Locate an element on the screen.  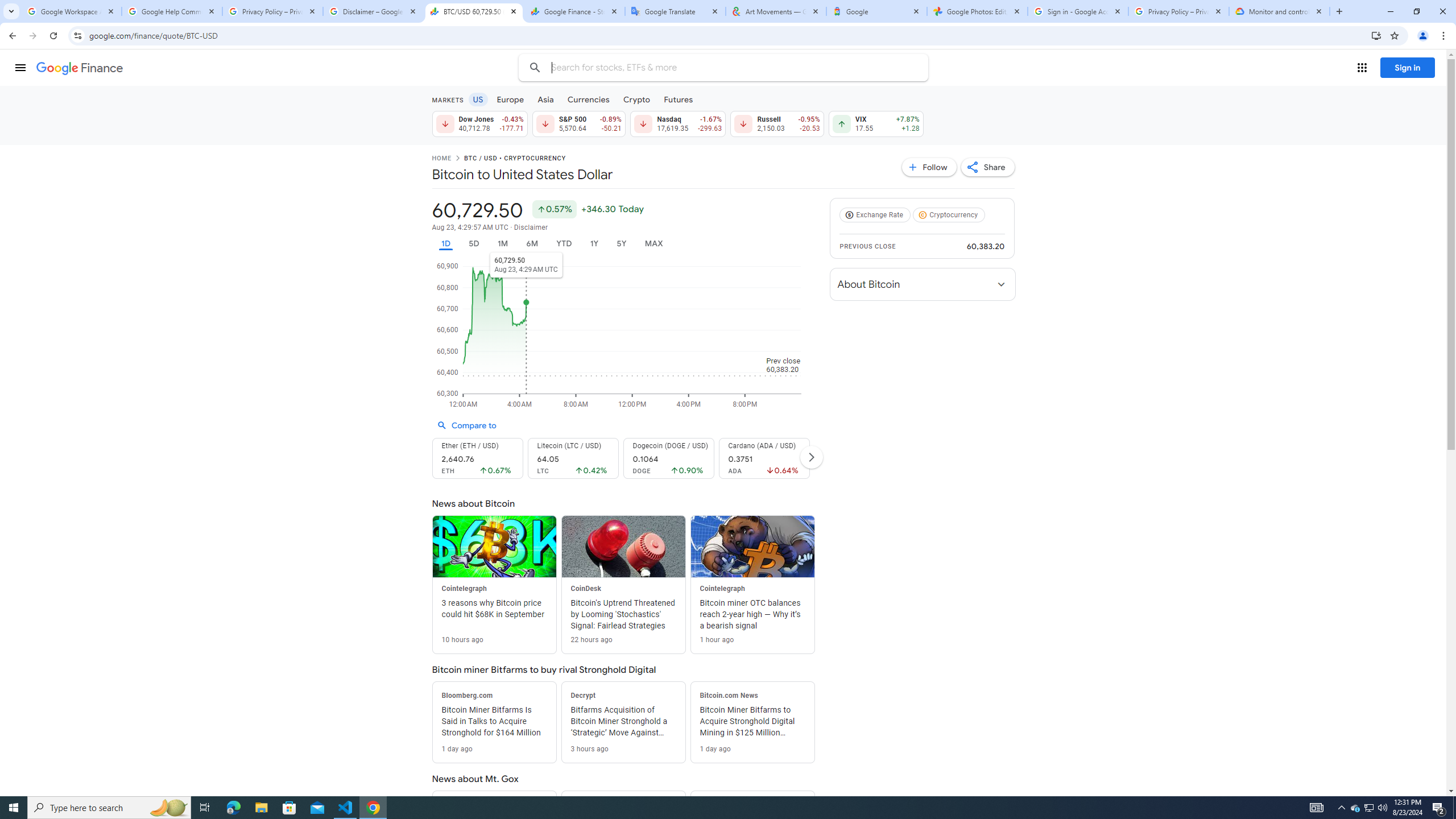
'VIX 17.55 Up by 7.87% +1.28' is located at coordinates (875, 123).